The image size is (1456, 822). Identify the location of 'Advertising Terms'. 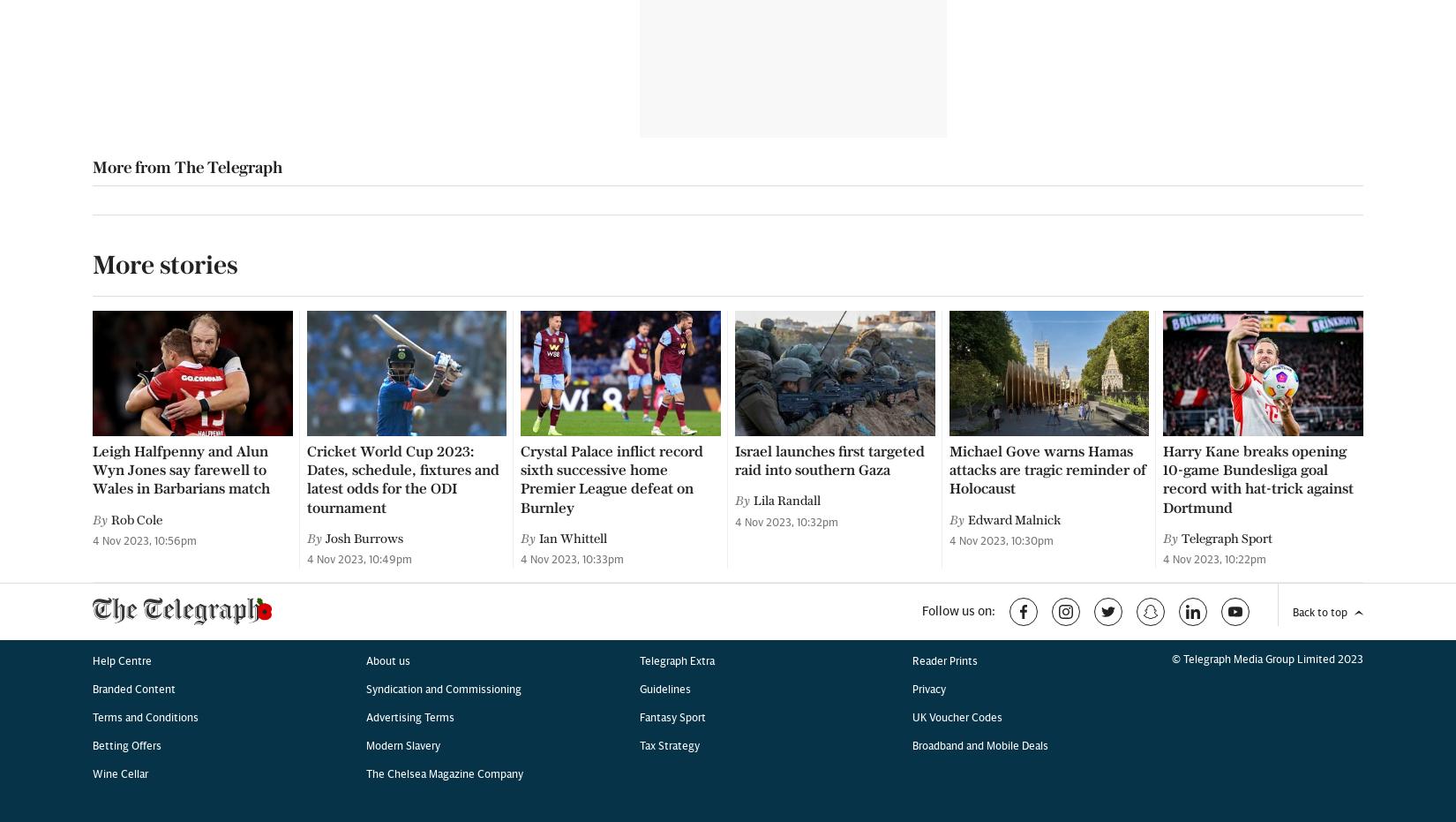
(408, 41).